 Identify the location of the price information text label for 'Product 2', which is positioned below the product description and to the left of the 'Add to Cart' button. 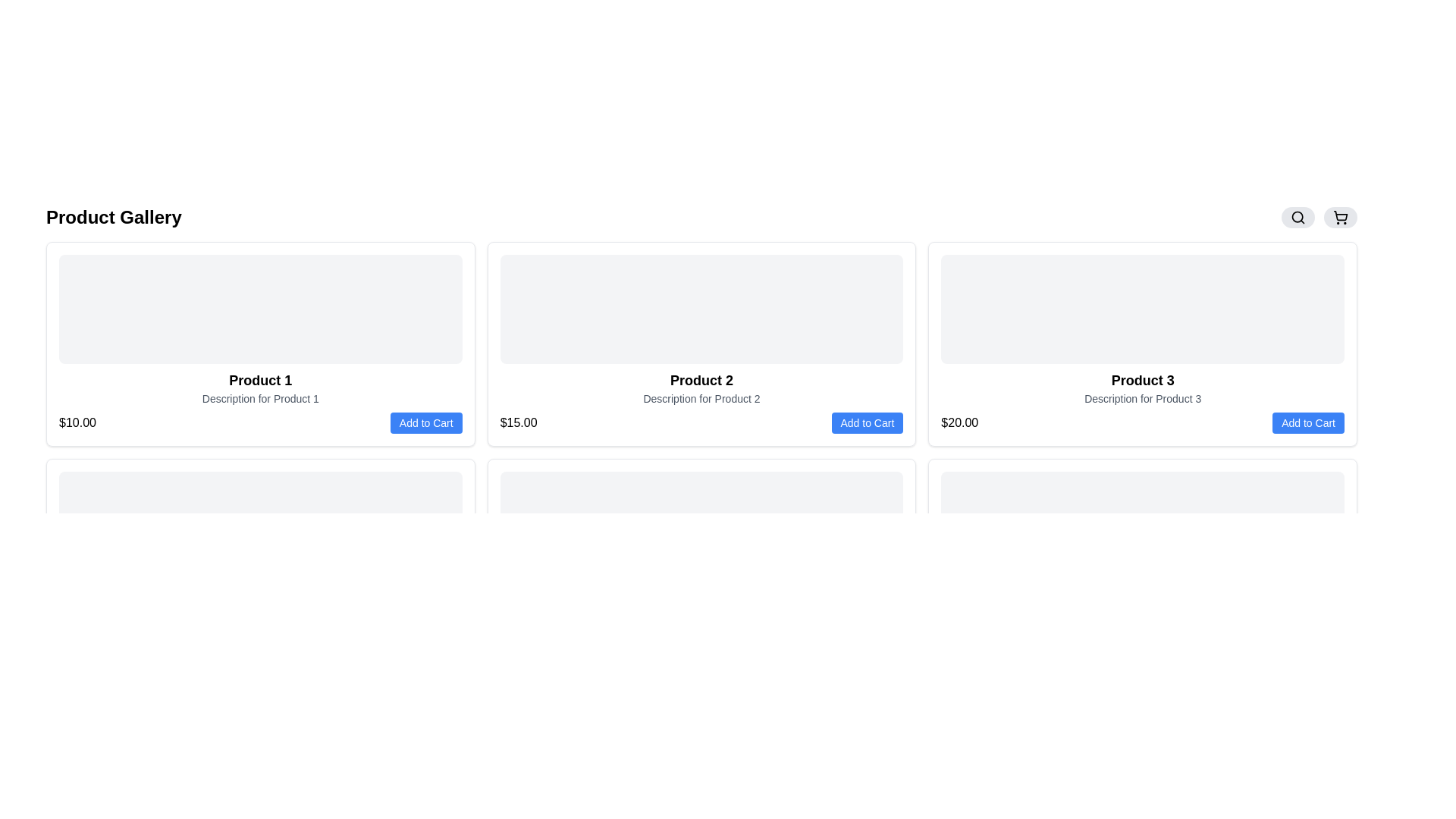
(519, 423).